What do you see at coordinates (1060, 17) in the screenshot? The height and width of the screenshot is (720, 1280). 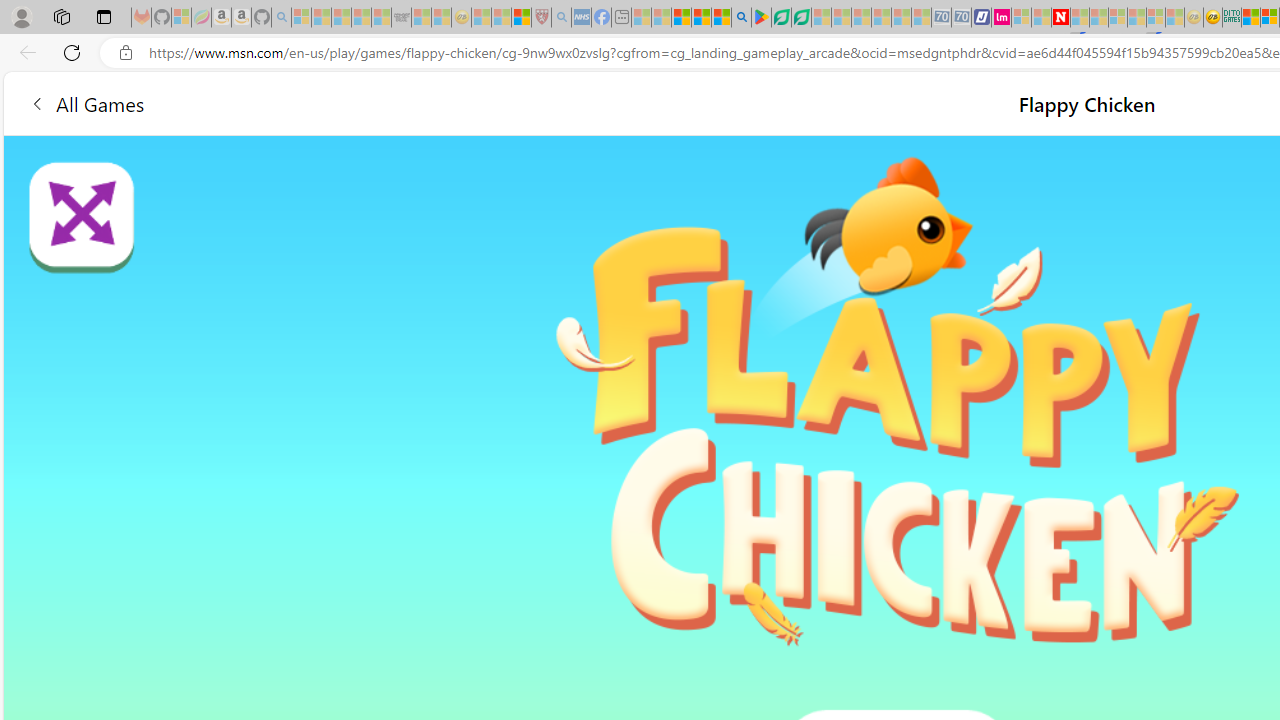 I see `'Latest Politics News & Archive | Newsweek.com'` at bounding box center [1060, 17].